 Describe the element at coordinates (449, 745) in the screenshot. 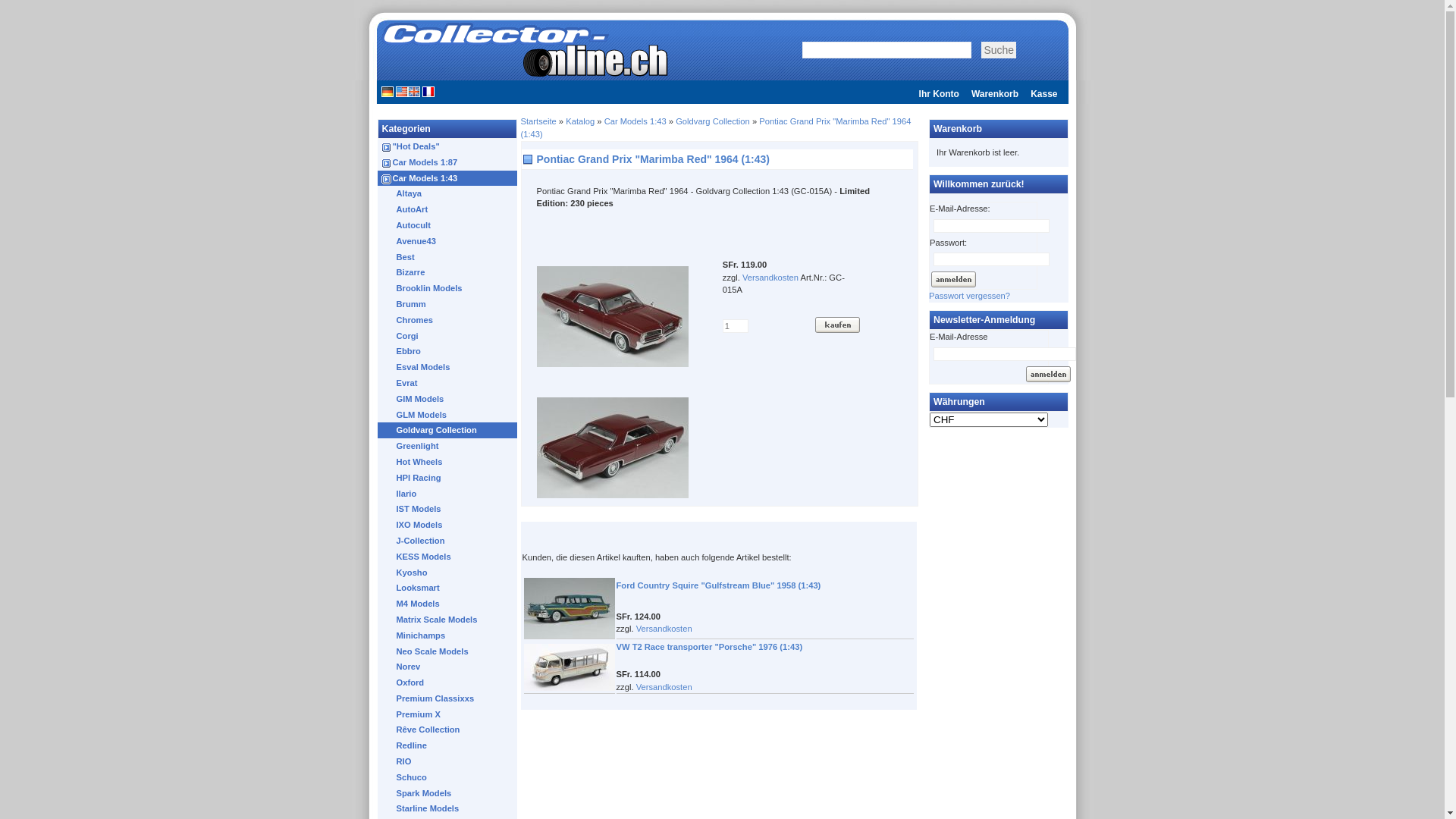

I see `'Redline'` at that location.